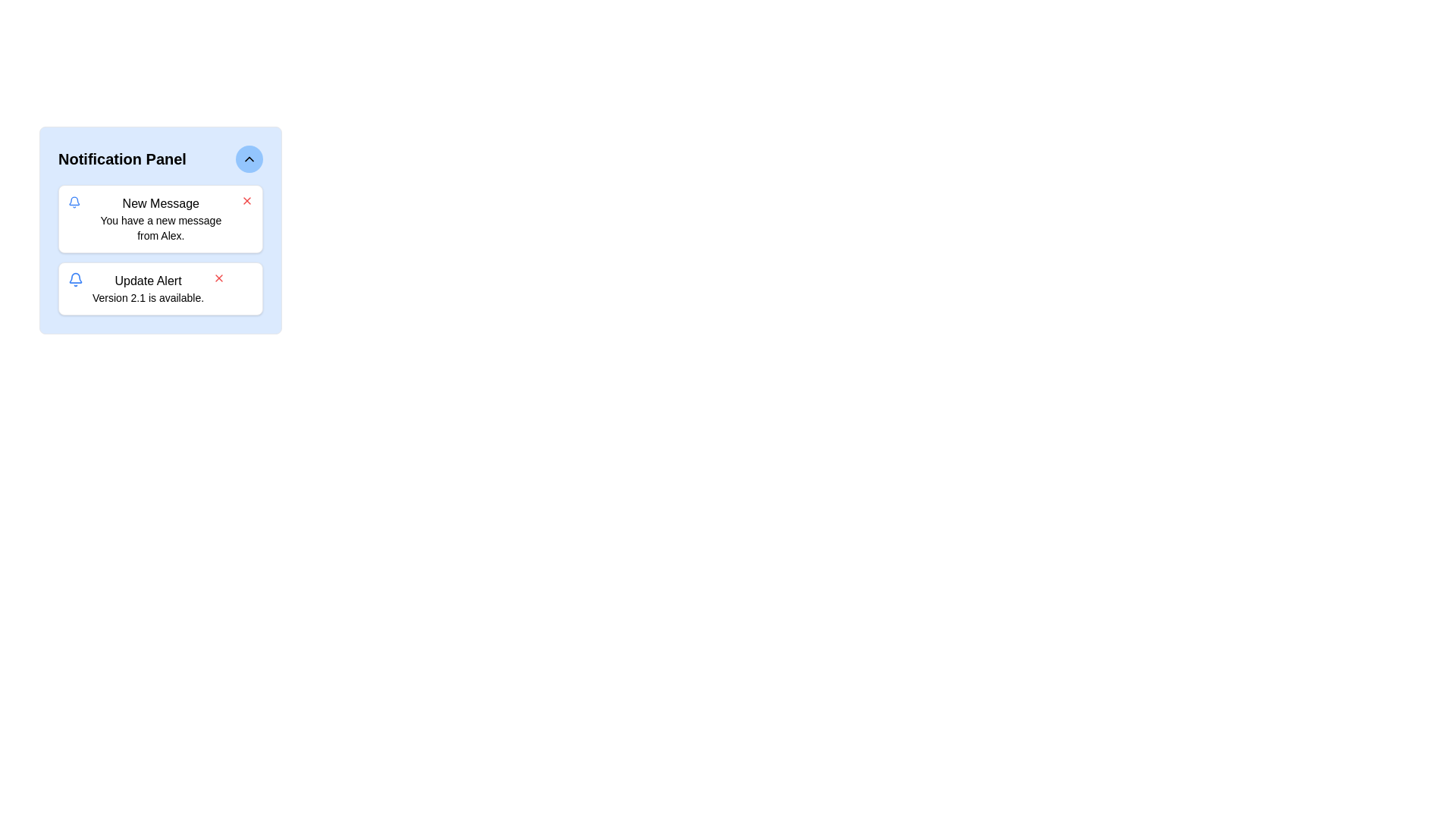 This screenshot has height=819, width=1456. I want to click on the bell icon located at the top-left corner of the notification card indicating a new message from Alex for potential interaction, so click(74, 201).